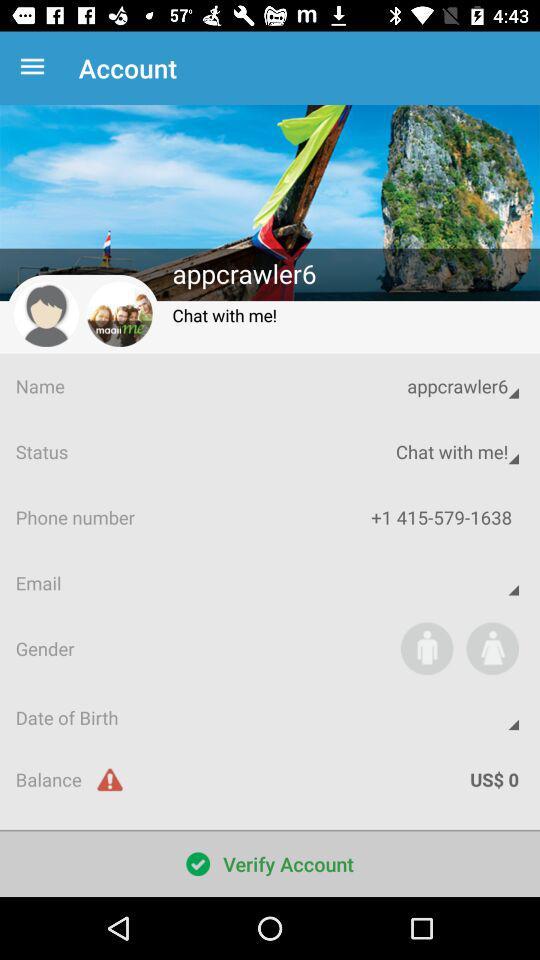  What do you see at coordinates (426, 647) in the screenshot?
I see `icon below the email item` at bounding box center [426, 647].